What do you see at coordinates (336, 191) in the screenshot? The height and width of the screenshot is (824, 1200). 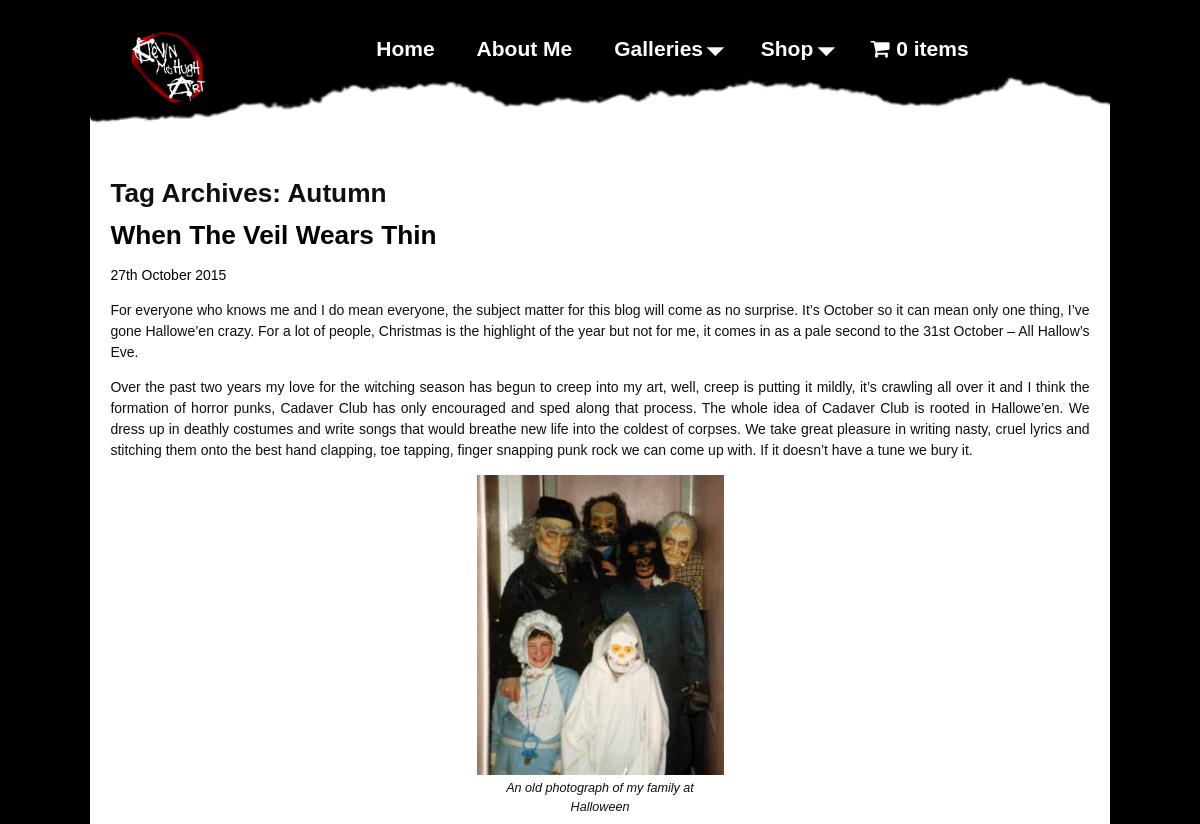 I see `'Autumn'` at bounding box center [336, 191].